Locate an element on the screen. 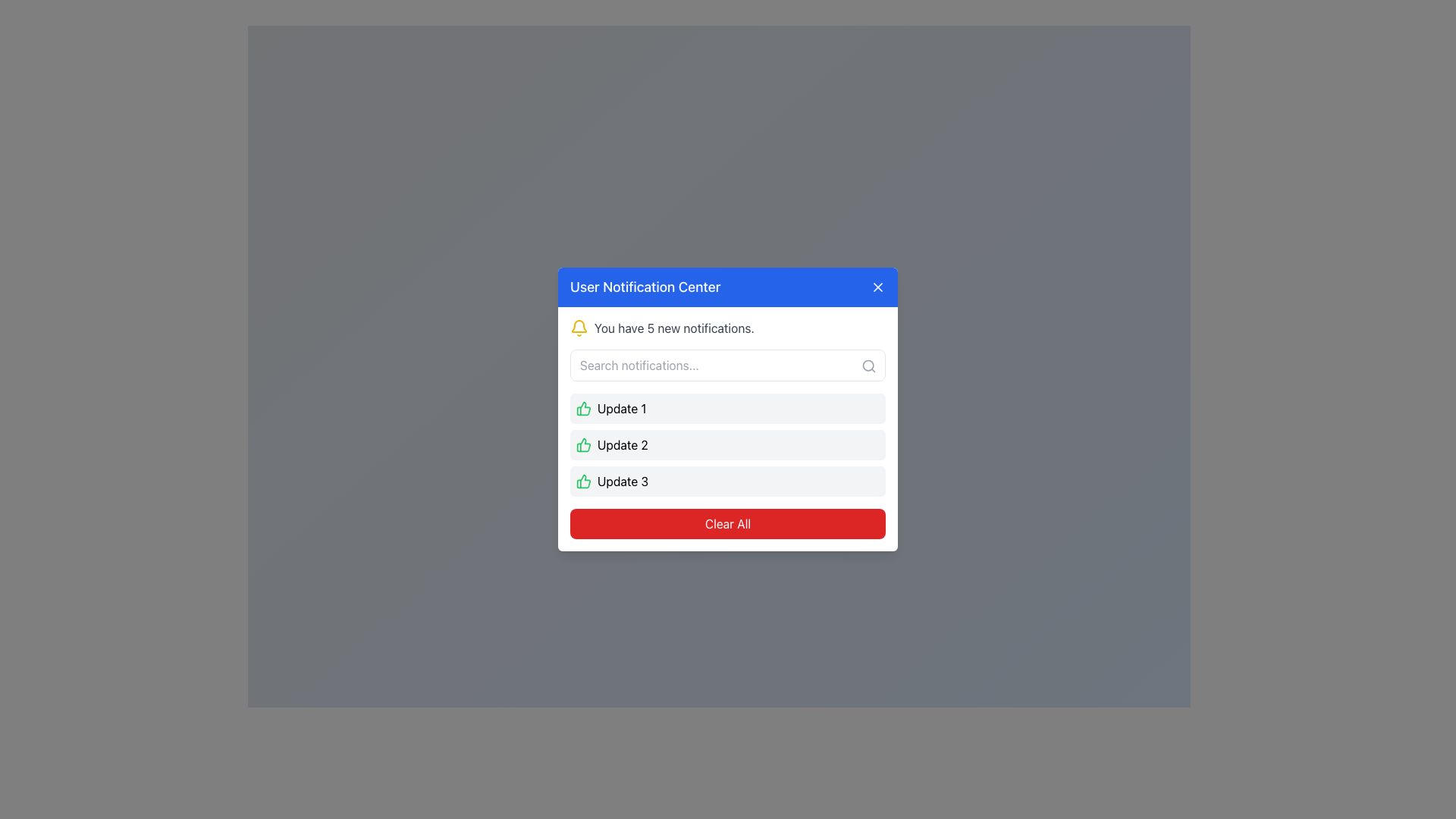  the icon of the second item in the notifications list within the 'User Notification Center' dialog box, which indicates a specific update or message is located at coordinates (728, 444).